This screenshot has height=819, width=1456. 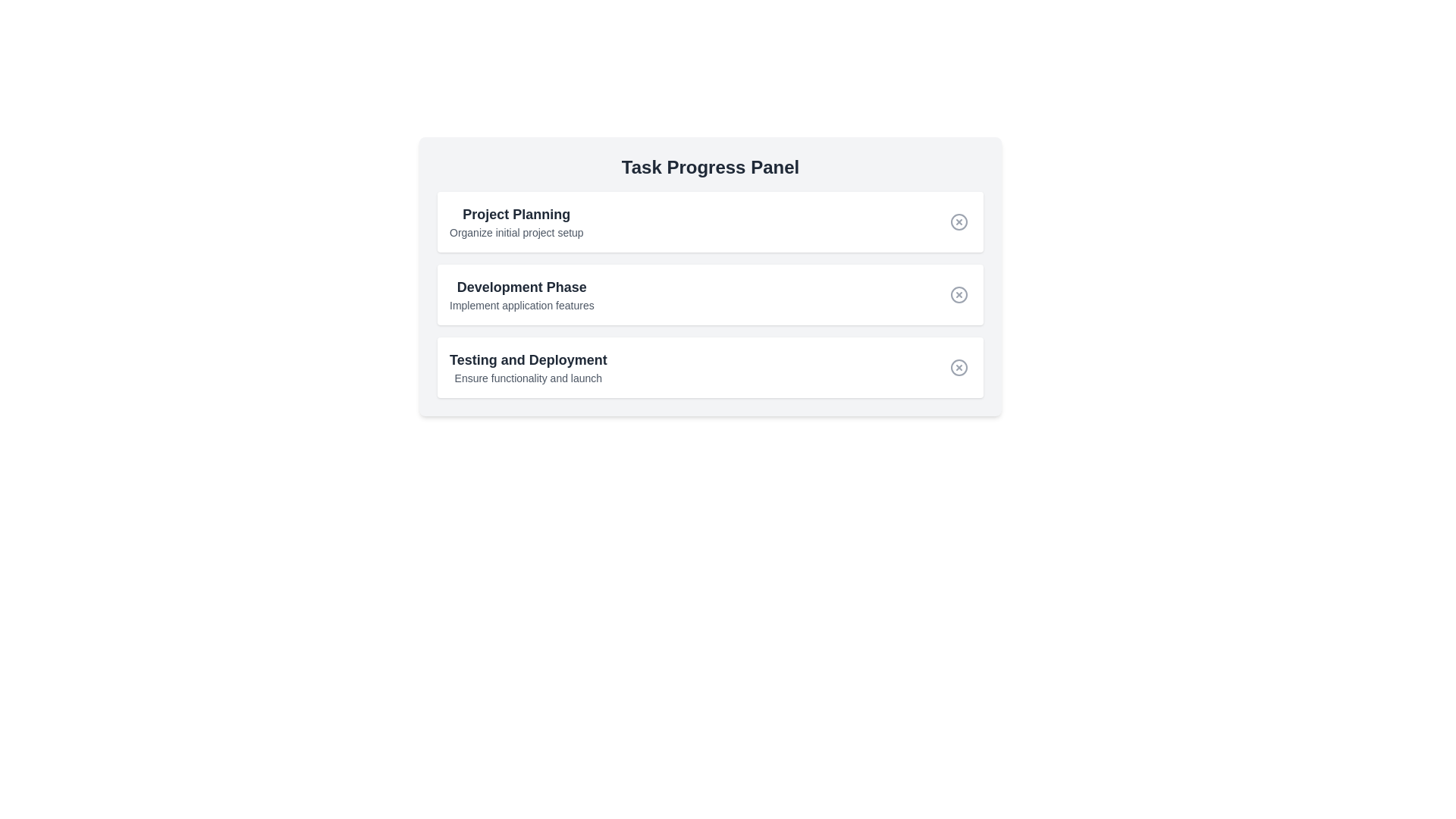 What do you see at coordinates (516, 222) in the screenshot?
I see `text content of the first task's Text Block in the Task Progress Panel` at bounding box center [516, 222].